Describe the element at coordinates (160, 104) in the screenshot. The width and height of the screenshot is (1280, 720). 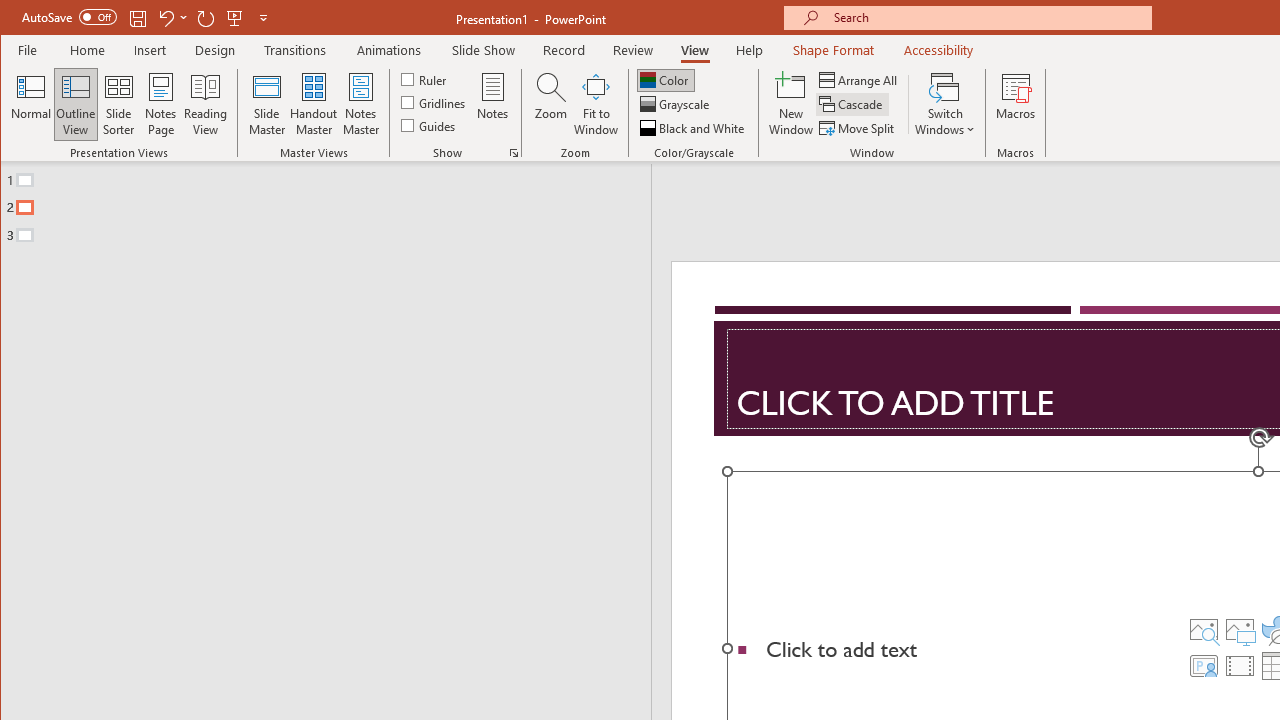
I see `'Notes Page'` at that location.